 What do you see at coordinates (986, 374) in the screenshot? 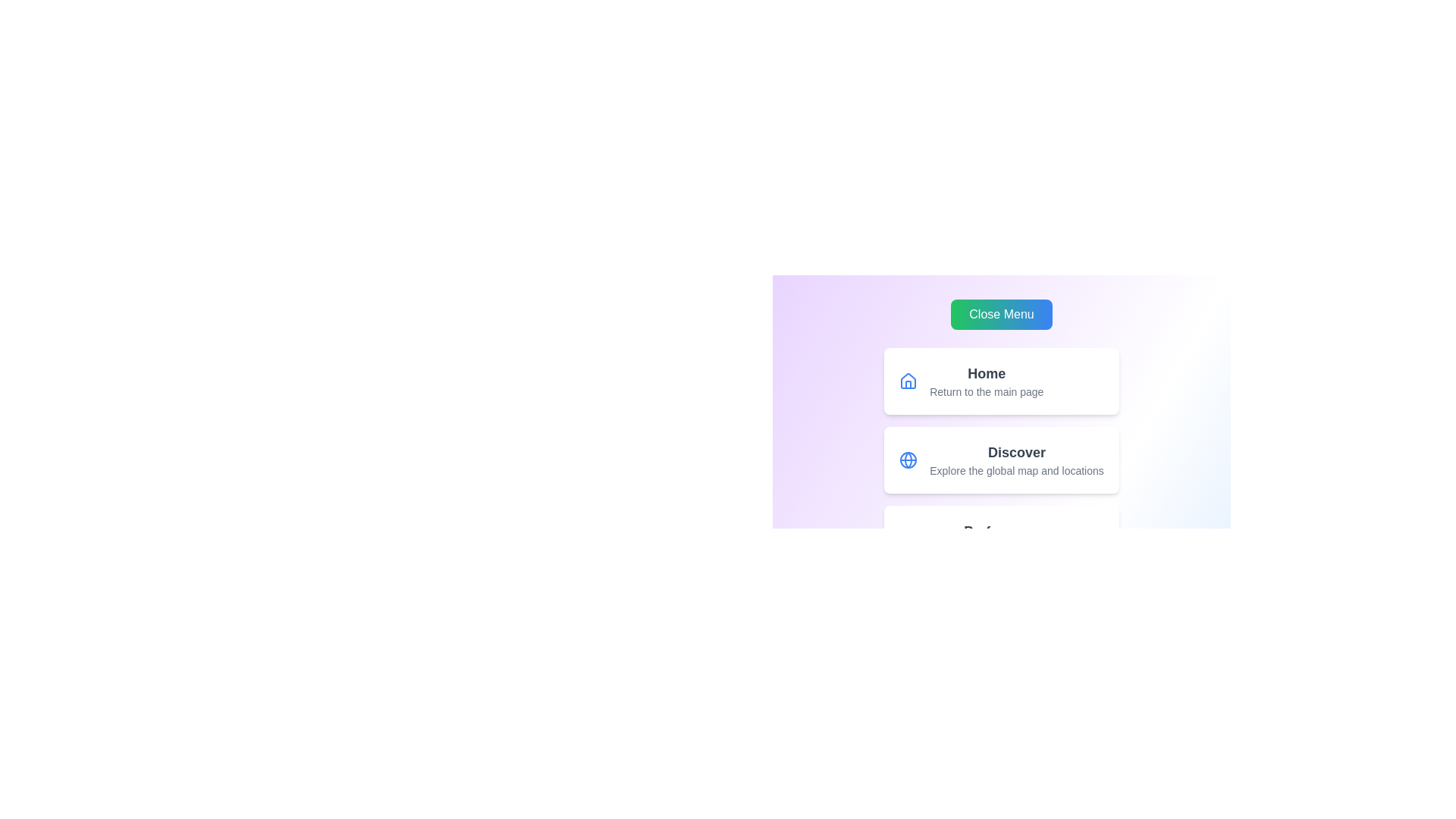
I see `the 'Home' menu item to navigate to the main page` at bounding box center [986, 374].